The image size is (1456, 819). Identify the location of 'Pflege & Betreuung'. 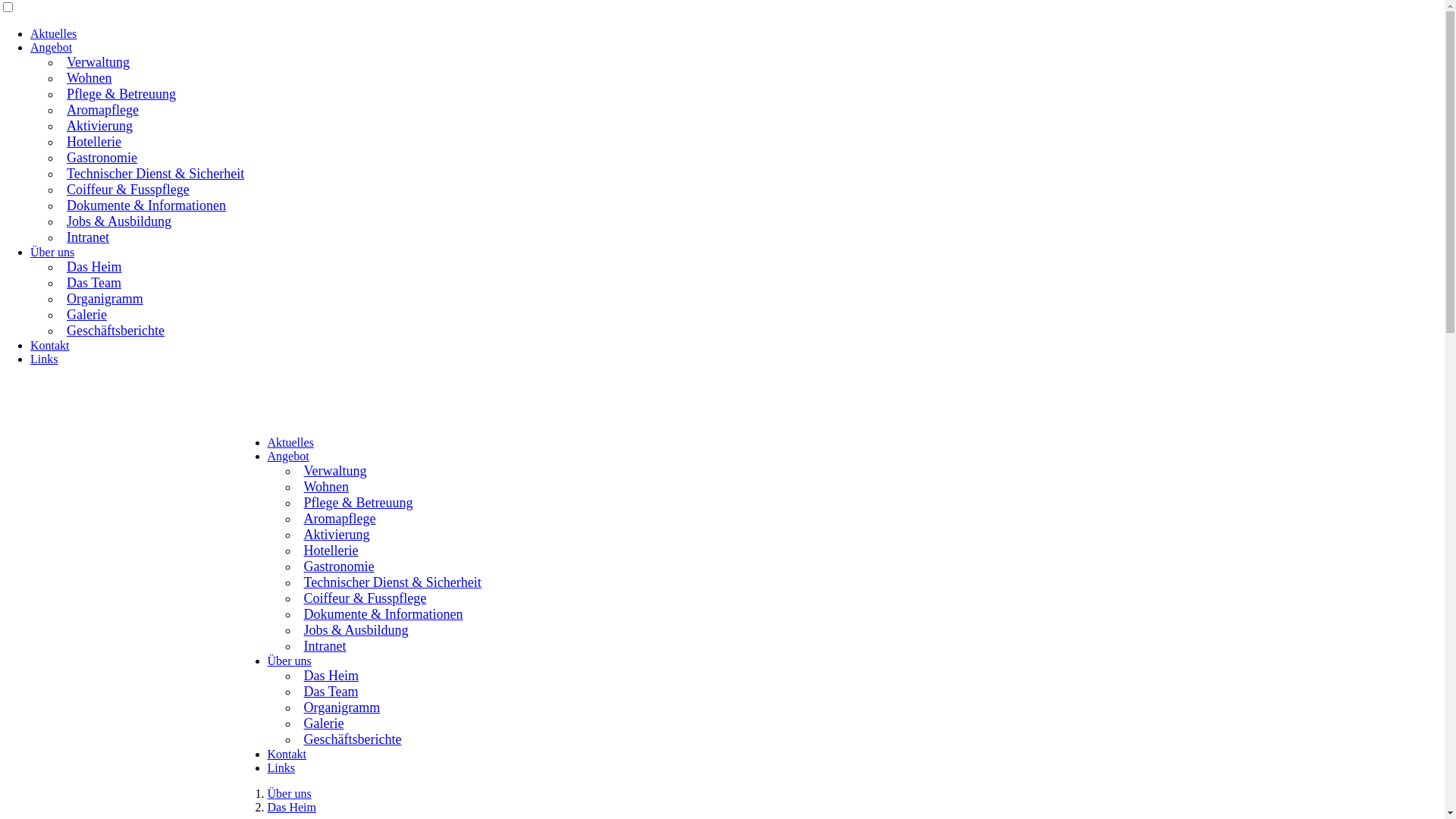
(297, 500).